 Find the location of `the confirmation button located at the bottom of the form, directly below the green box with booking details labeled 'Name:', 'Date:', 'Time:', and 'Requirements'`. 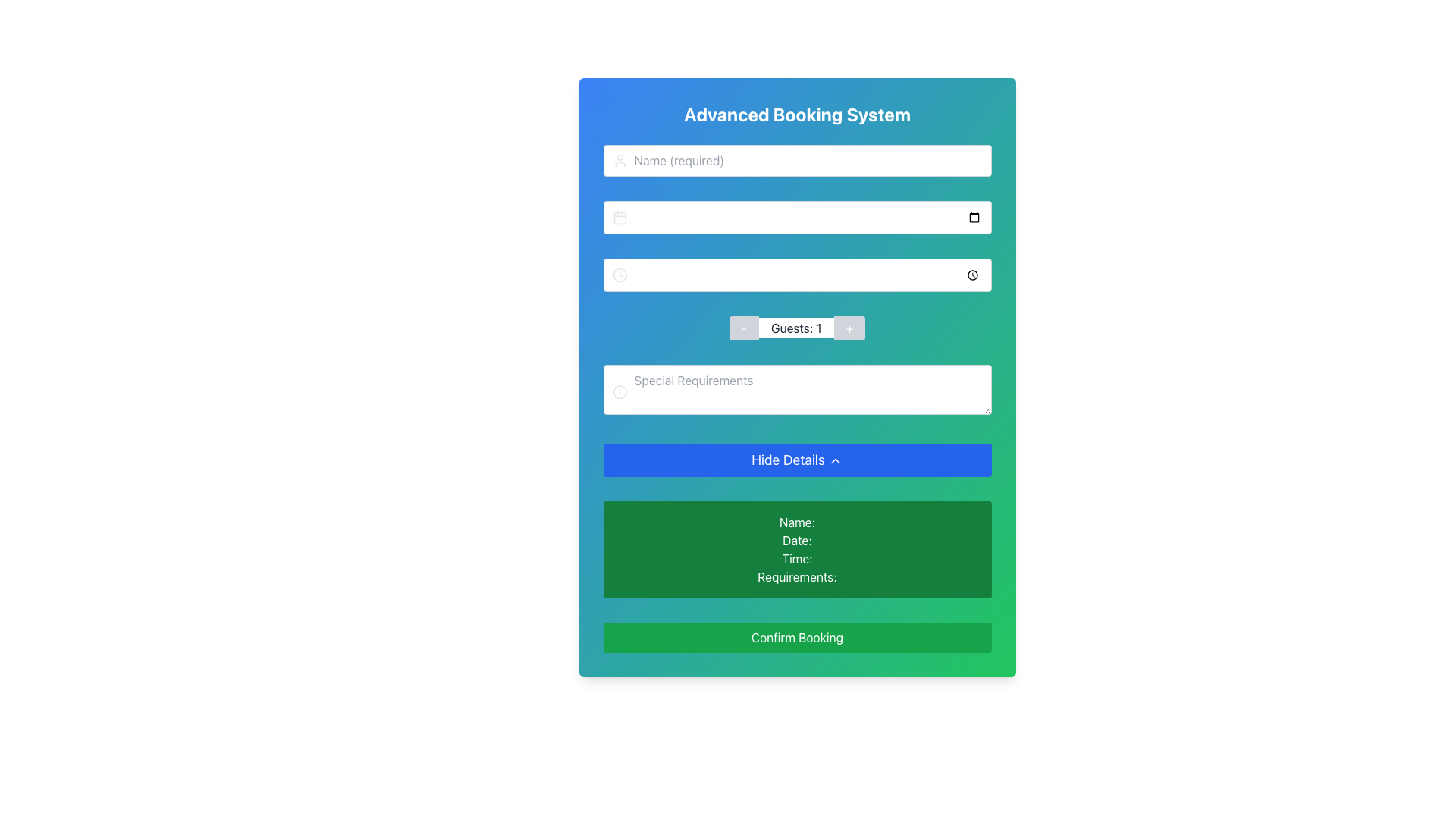

the confirmation button located at the bottom of the form, directly below the green box with booking details labeled 'Name:', 'Date:', 'Time:', and 'Requirements' is located at coordinates (796, 637).